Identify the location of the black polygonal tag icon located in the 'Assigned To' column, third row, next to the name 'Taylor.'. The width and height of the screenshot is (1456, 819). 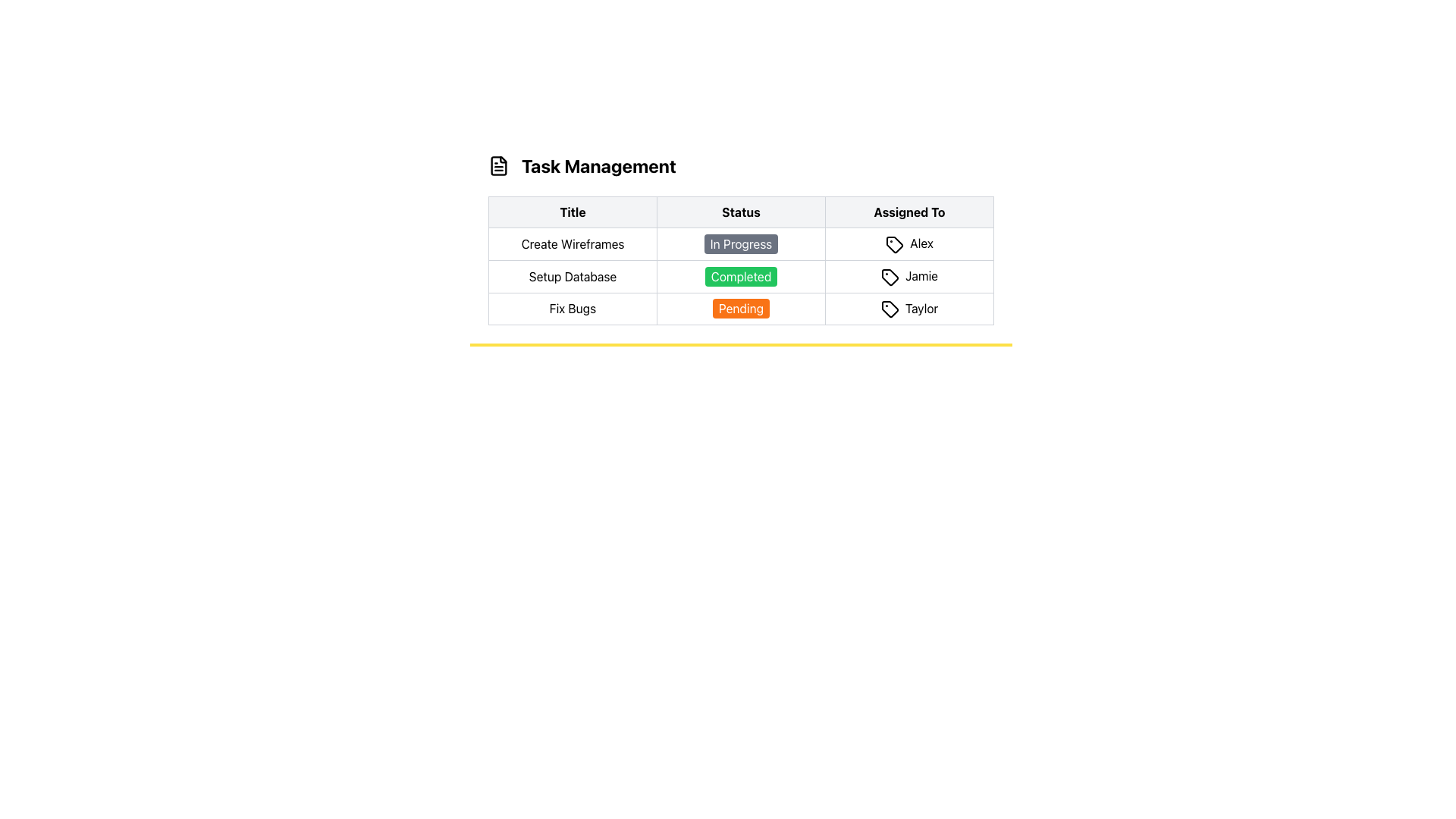
(890, 309).